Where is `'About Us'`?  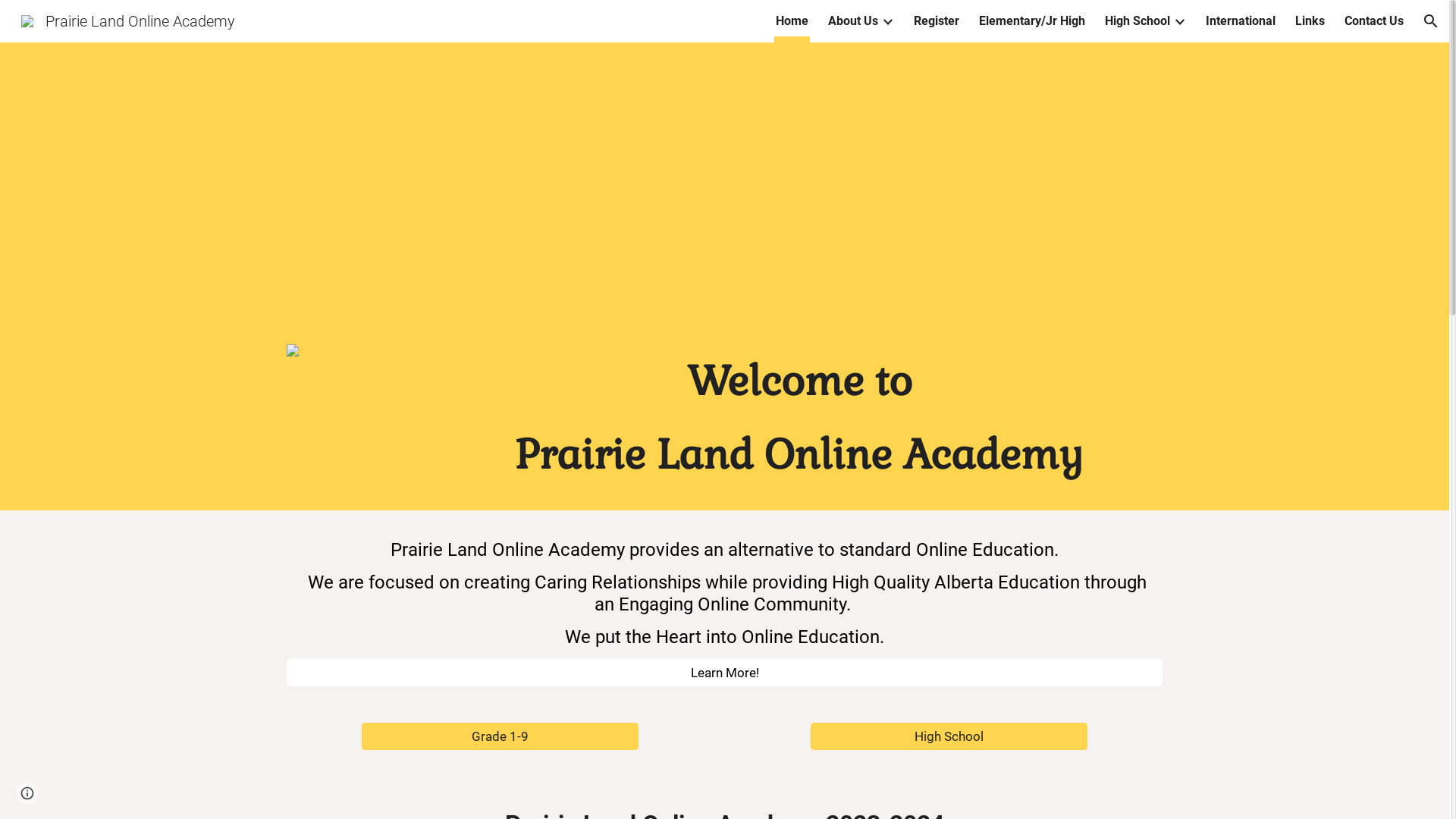 'About Us' is located at coordinates (852, 20).